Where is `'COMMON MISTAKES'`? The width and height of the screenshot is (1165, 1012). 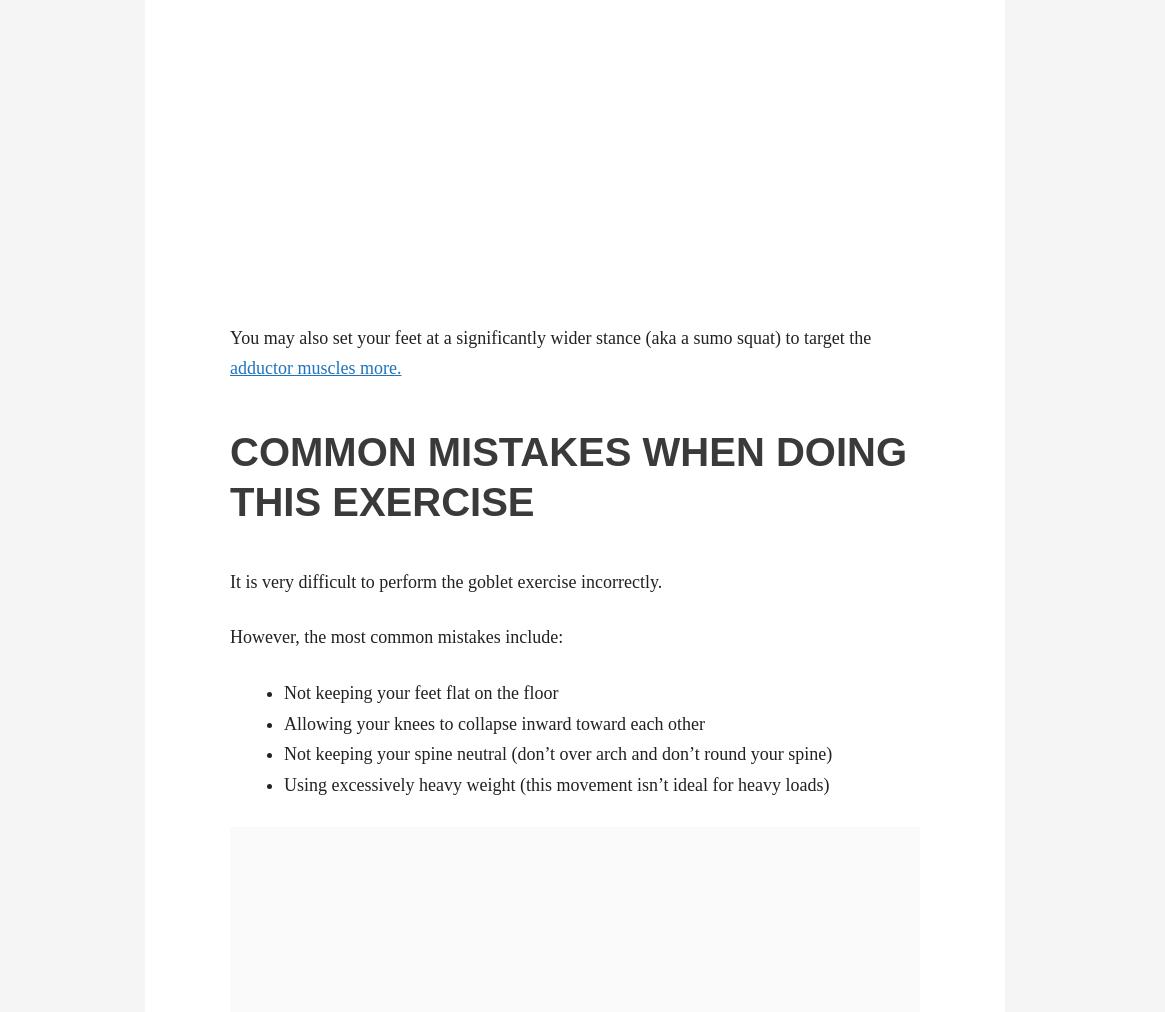 'COMMON MISTAKES' is located at coordinates (430, 451).